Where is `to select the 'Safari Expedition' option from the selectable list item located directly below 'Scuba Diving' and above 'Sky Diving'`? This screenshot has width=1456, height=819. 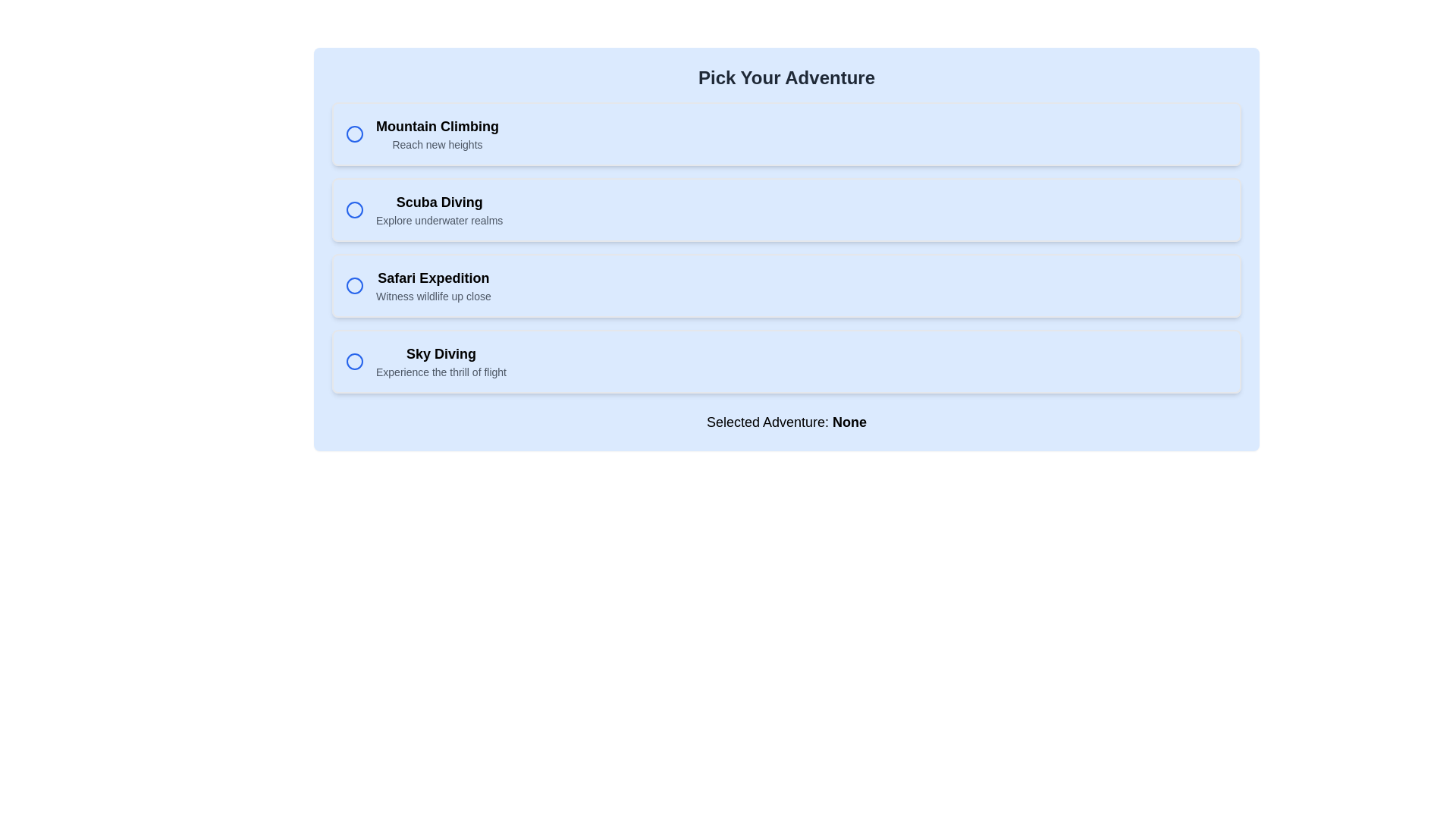 to select the 'Safari Expedition' option from the selectable list item located directly below 'Scuba Diving' and above 'Sky Diving' is located at coordinates (786, 286).